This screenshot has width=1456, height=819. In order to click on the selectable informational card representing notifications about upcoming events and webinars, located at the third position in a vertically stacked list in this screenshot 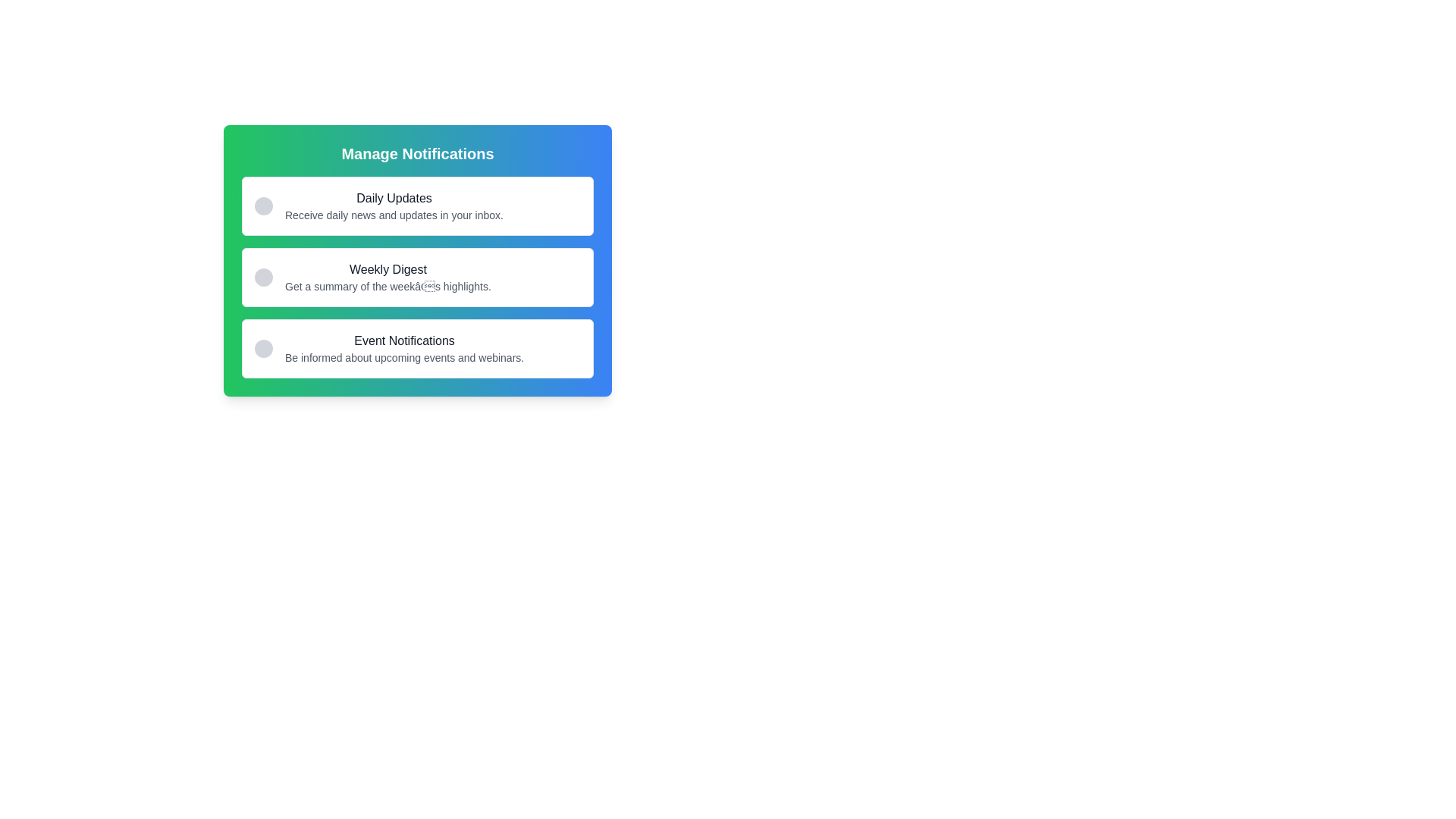, I will do `click(418, 348)`.